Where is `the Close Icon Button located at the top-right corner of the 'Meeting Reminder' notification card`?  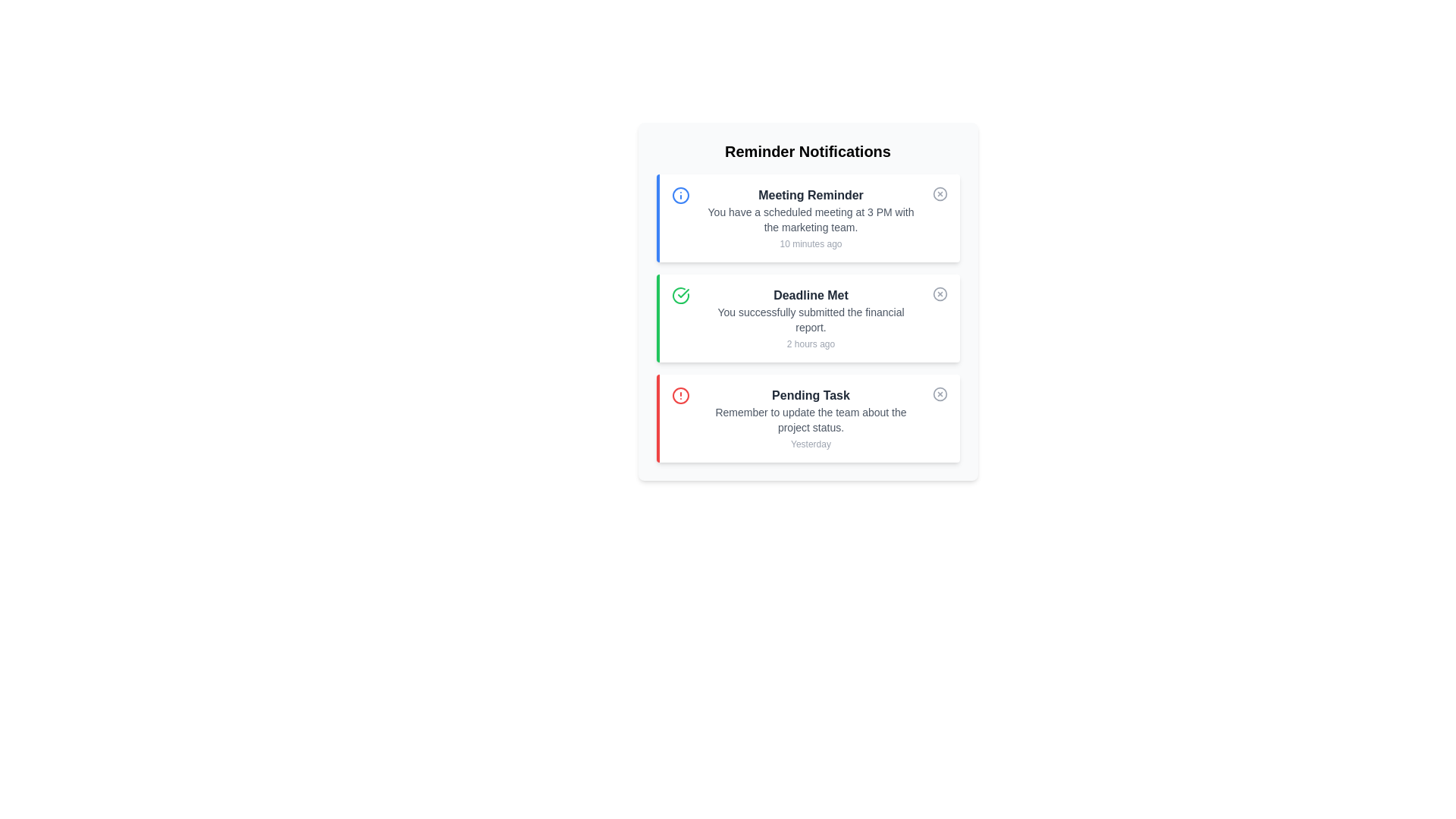
the Close Icon Button located at the top-right corner of the 'Meeting Reminder' notification card is located at coordinates (939, 193).